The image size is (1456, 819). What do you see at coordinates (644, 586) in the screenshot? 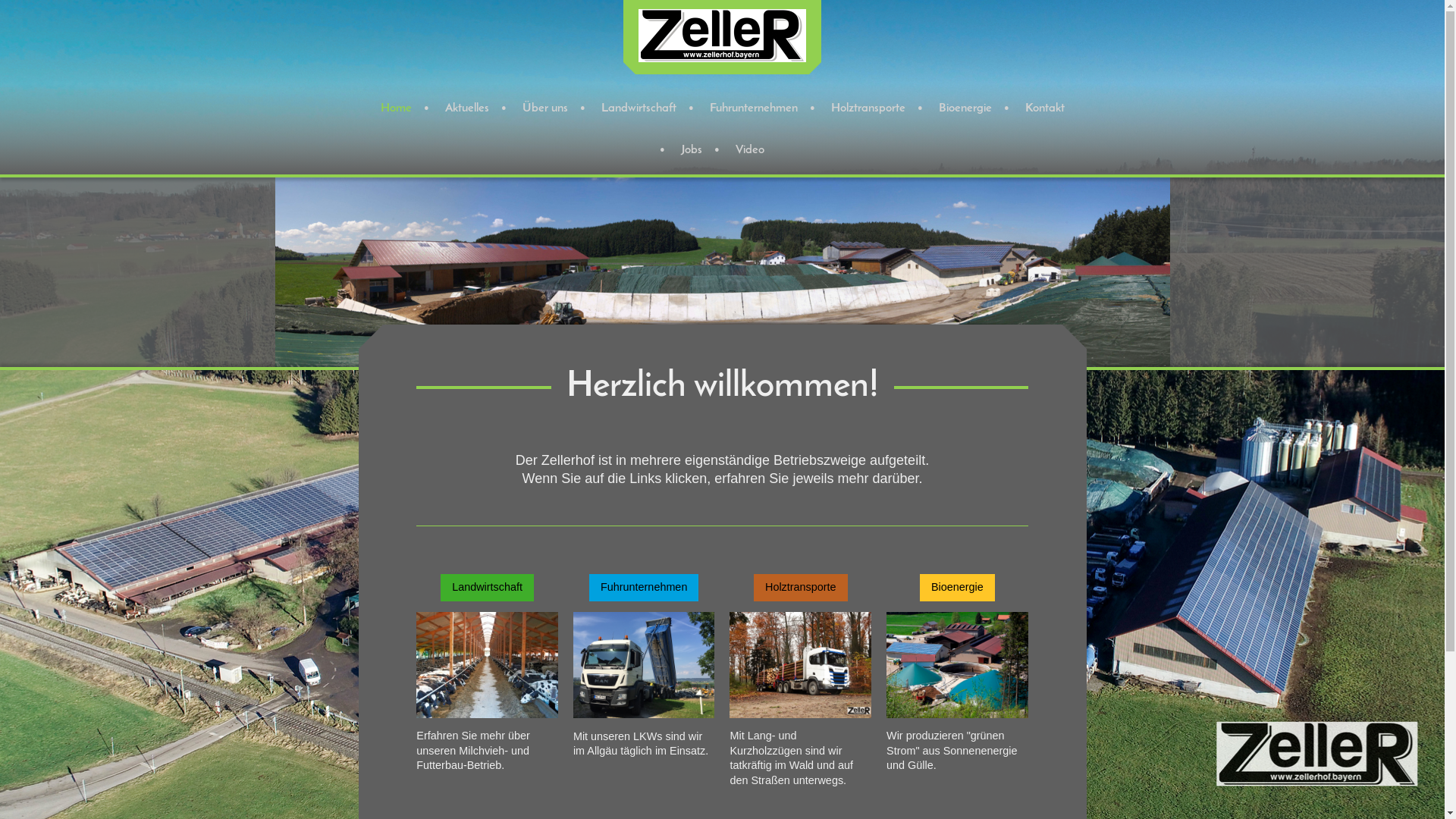
I see `'Fuhrunternehmen'` at bounding box center [644, 586].